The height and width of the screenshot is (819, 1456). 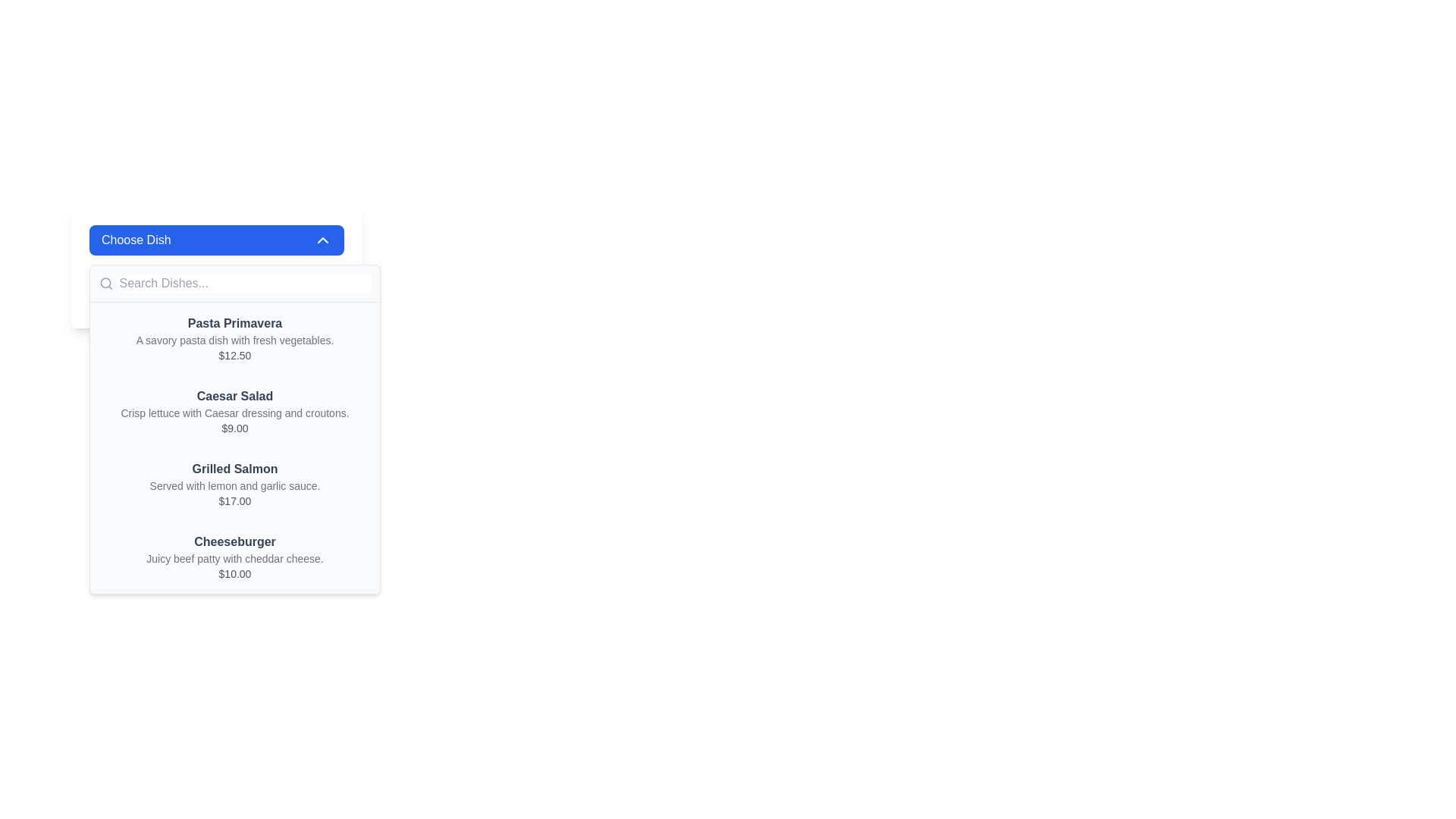 What do you see at coordinates (234, 339) in the screenshot?
I see `the text label displaying 'A savory pasta dish with fresh vegetables.' which is located below 'Pasta Primavera' and above the price '$12.50'` at bounding box center [234, 339].